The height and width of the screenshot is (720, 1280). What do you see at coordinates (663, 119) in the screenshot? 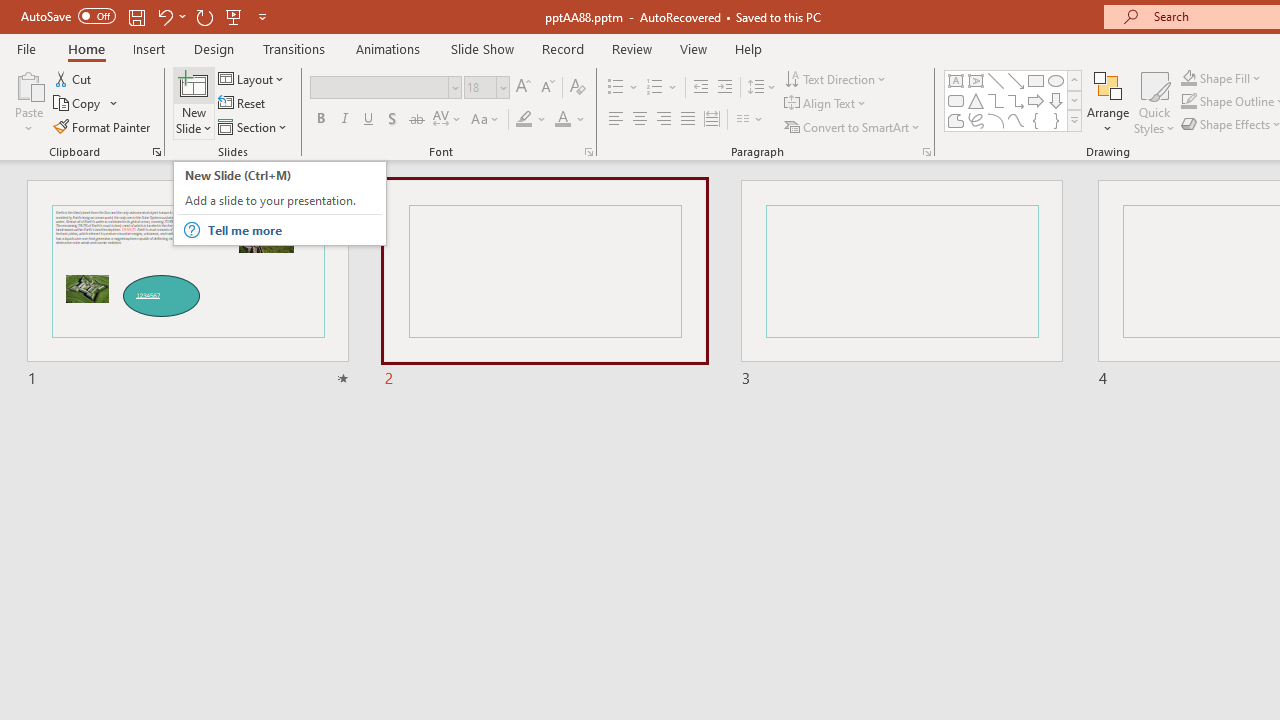
I see `'Align Right'` at bounding box center [663, 119].